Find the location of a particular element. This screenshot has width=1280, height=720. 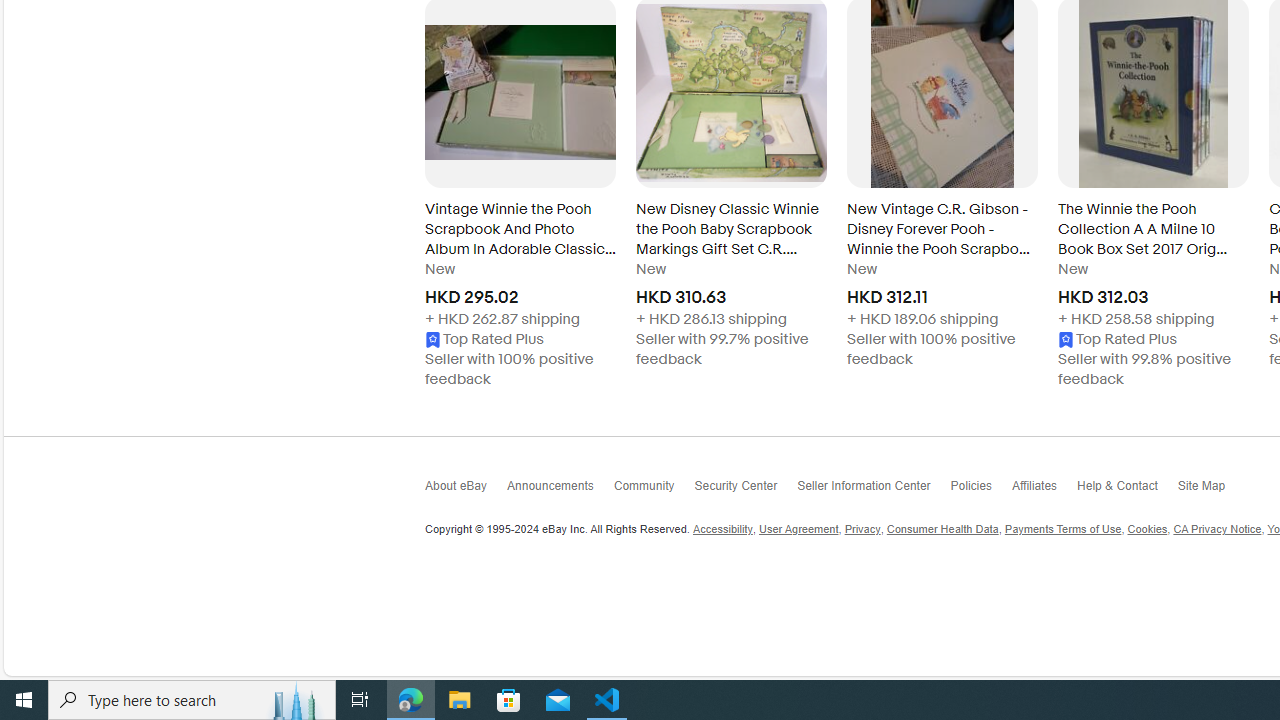

'Seller Information Center' is located at coordinates (874, 491).